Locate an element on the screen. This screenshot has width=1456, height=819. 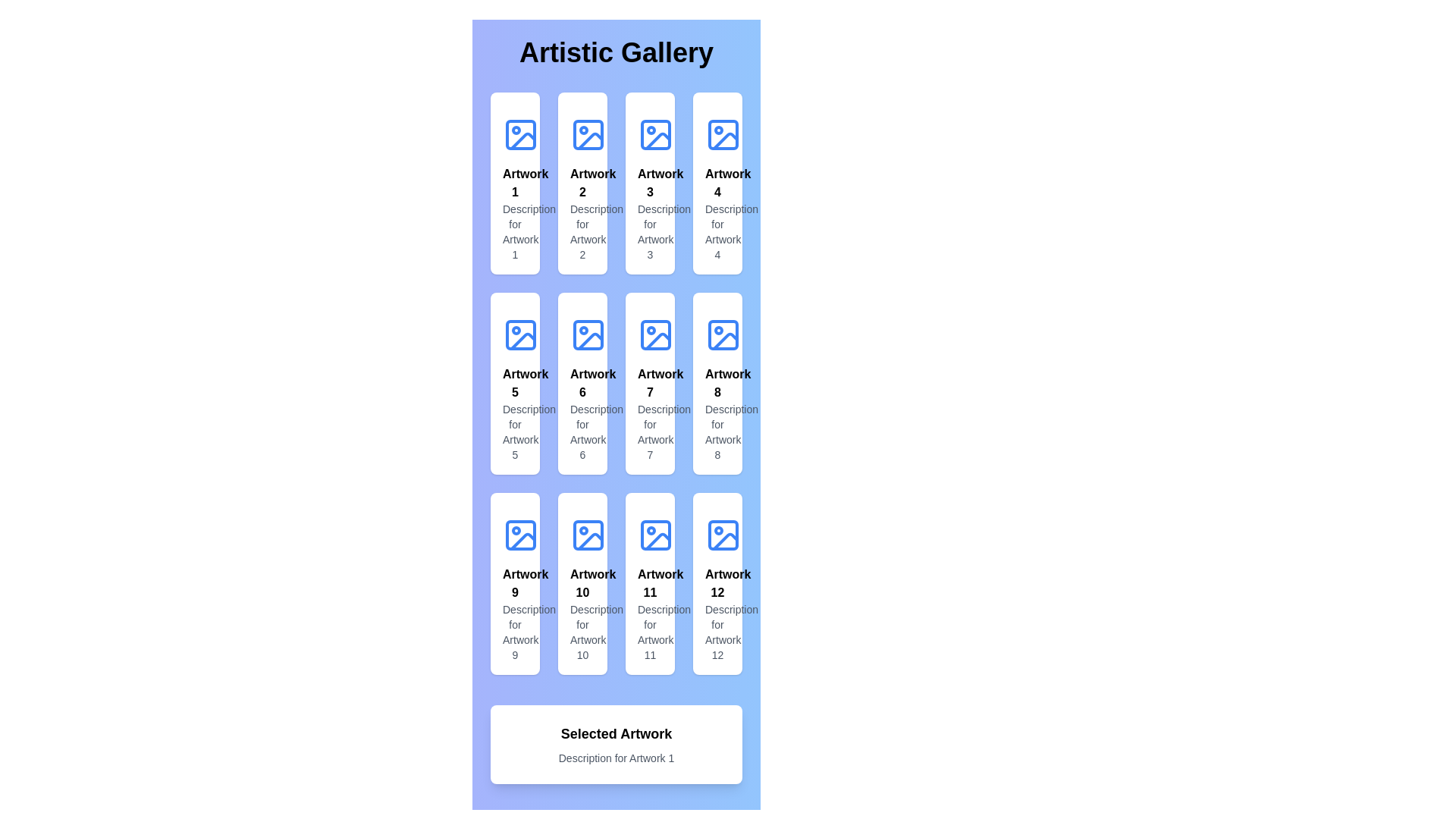
the Text label that serves as a title or label for the artwork, positioned in the third column of the first row within a grid structure, directly below an image icon and above a description text is located at coordinates (650, 183).